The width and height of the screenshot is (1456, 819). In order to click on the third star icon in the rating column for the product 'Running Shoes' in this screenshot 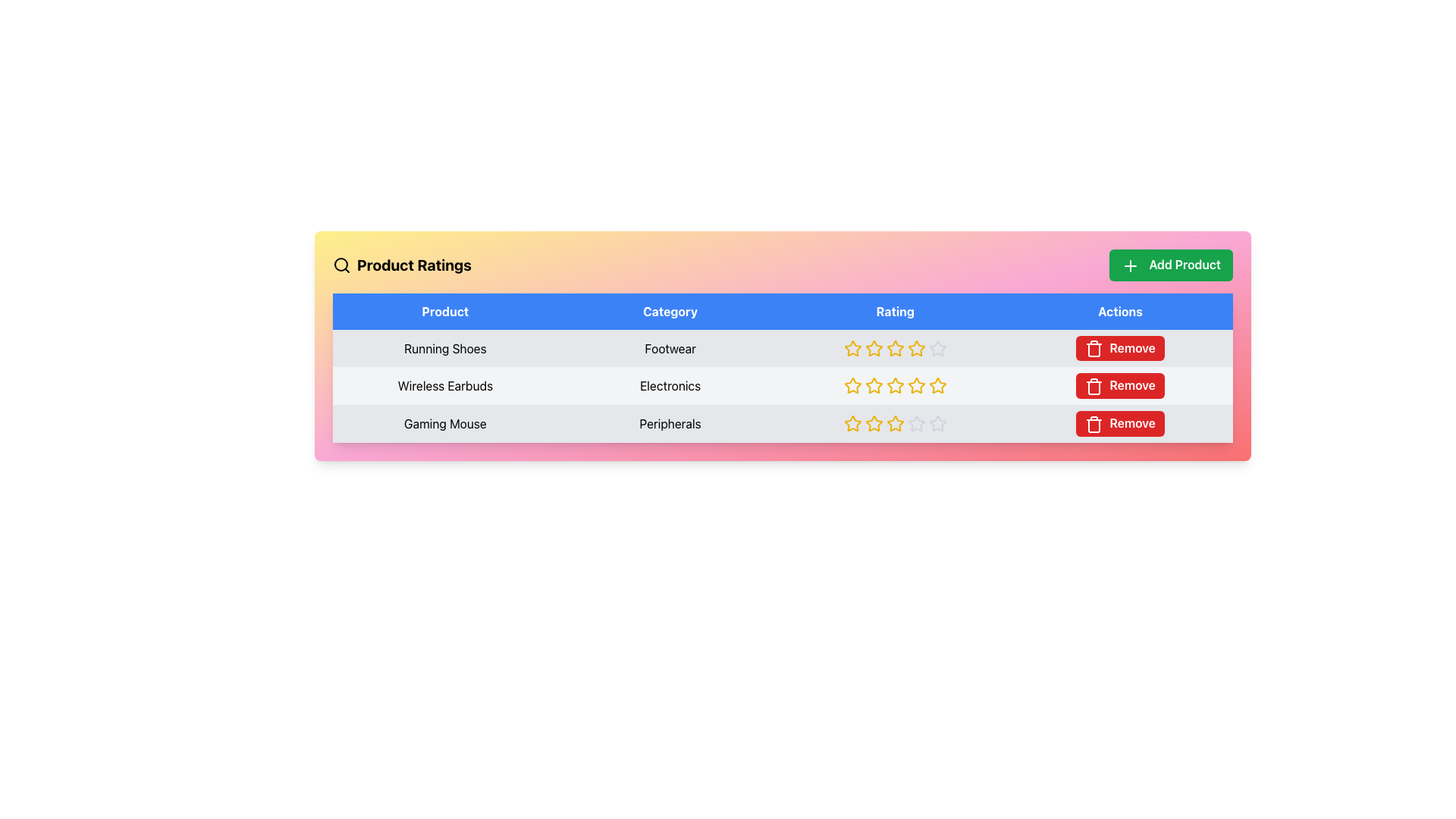, I will do `click(895, 348)`.